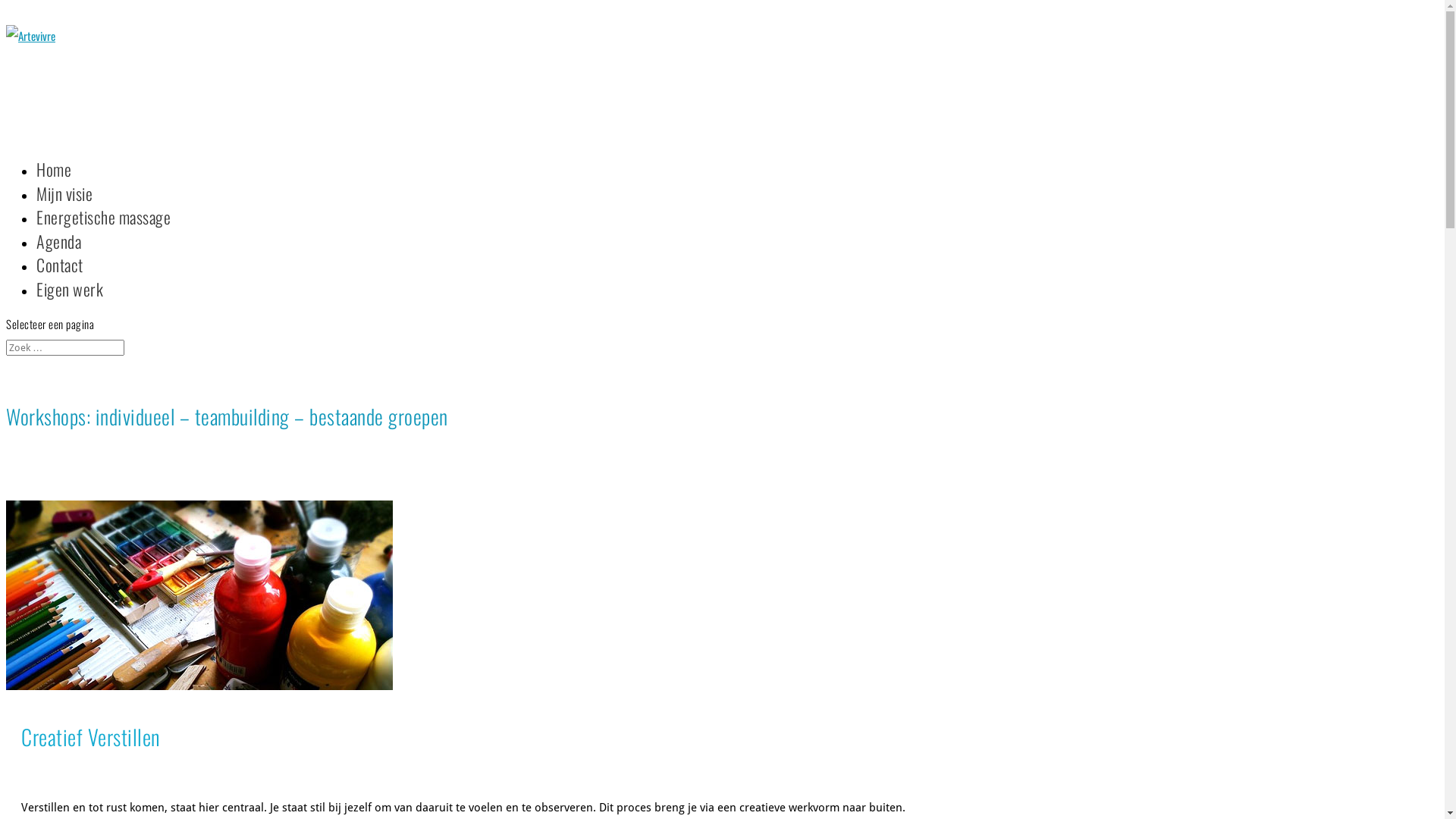 This screenshot has width=1456, height=819. Describe the element at coordinates (64, 210) in the screenshot. I see `'Mijn visie'` at that location.